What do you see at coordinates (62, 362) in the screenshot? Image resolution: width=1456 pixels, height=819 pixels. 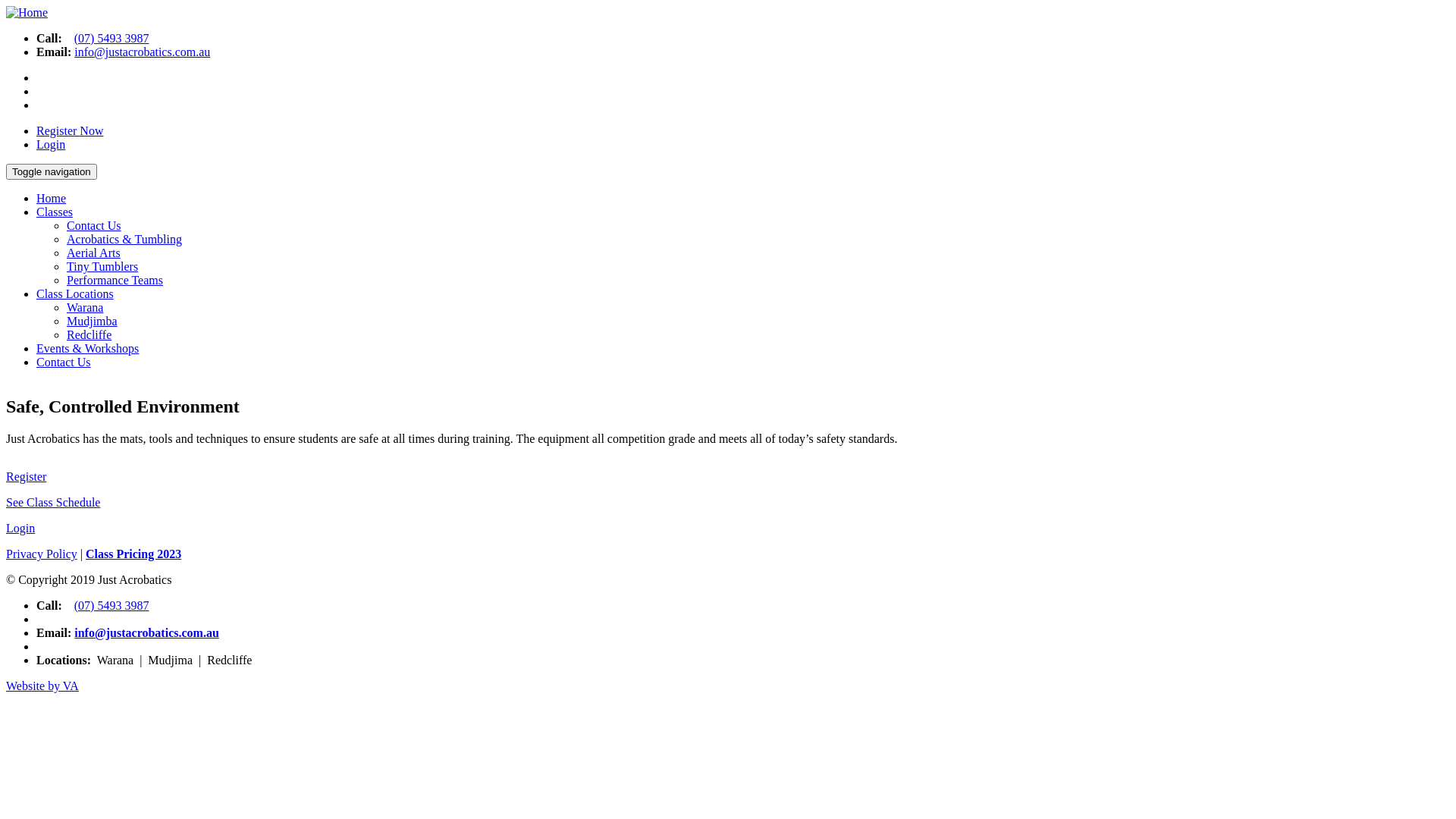 I see `'Contact Us'` at bounding box center [62, 362].